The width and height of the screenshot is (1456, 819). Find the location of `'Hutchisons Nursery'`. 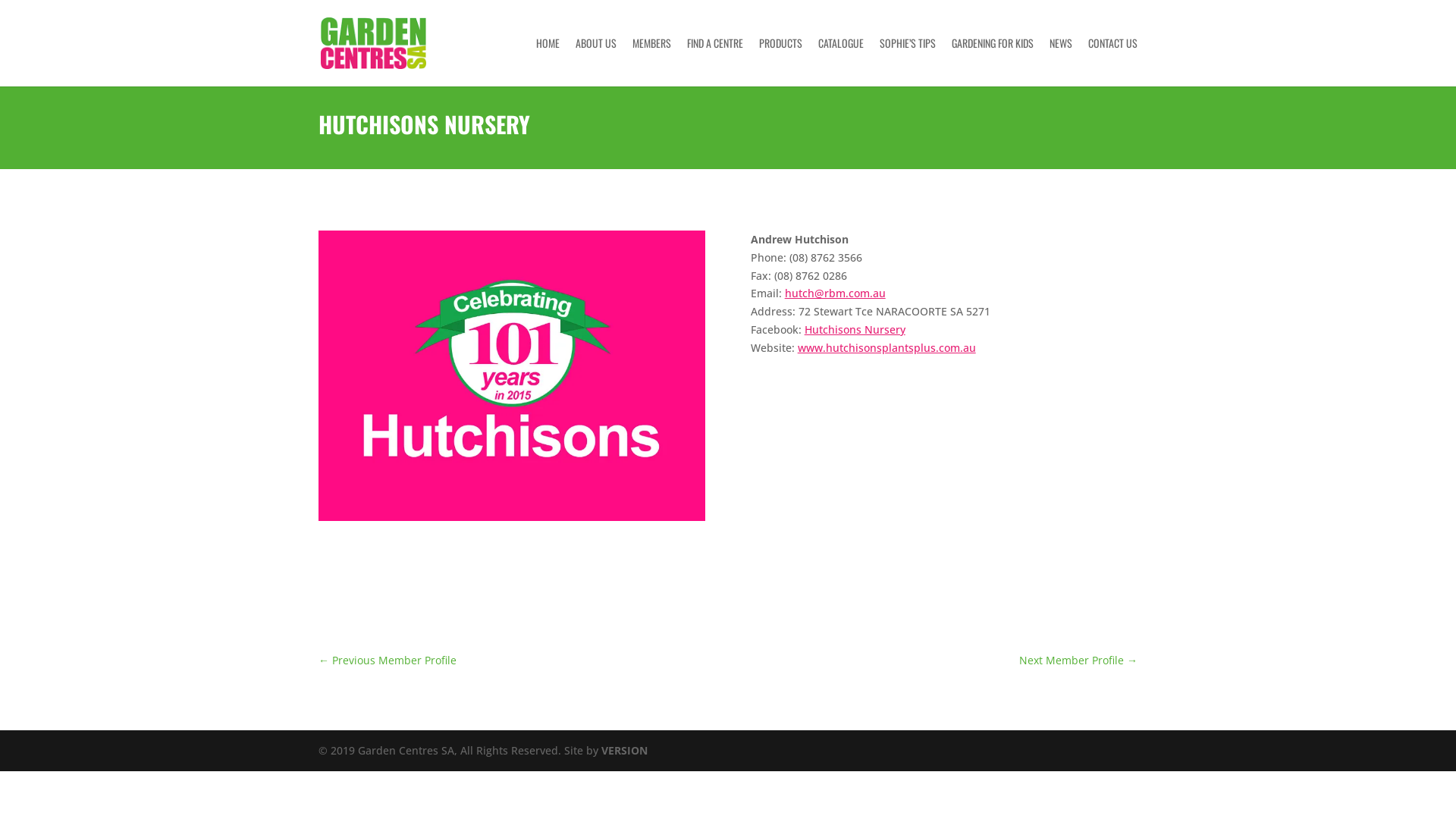

'Hutchisons Nursery' is located at coordinates (855, 328).